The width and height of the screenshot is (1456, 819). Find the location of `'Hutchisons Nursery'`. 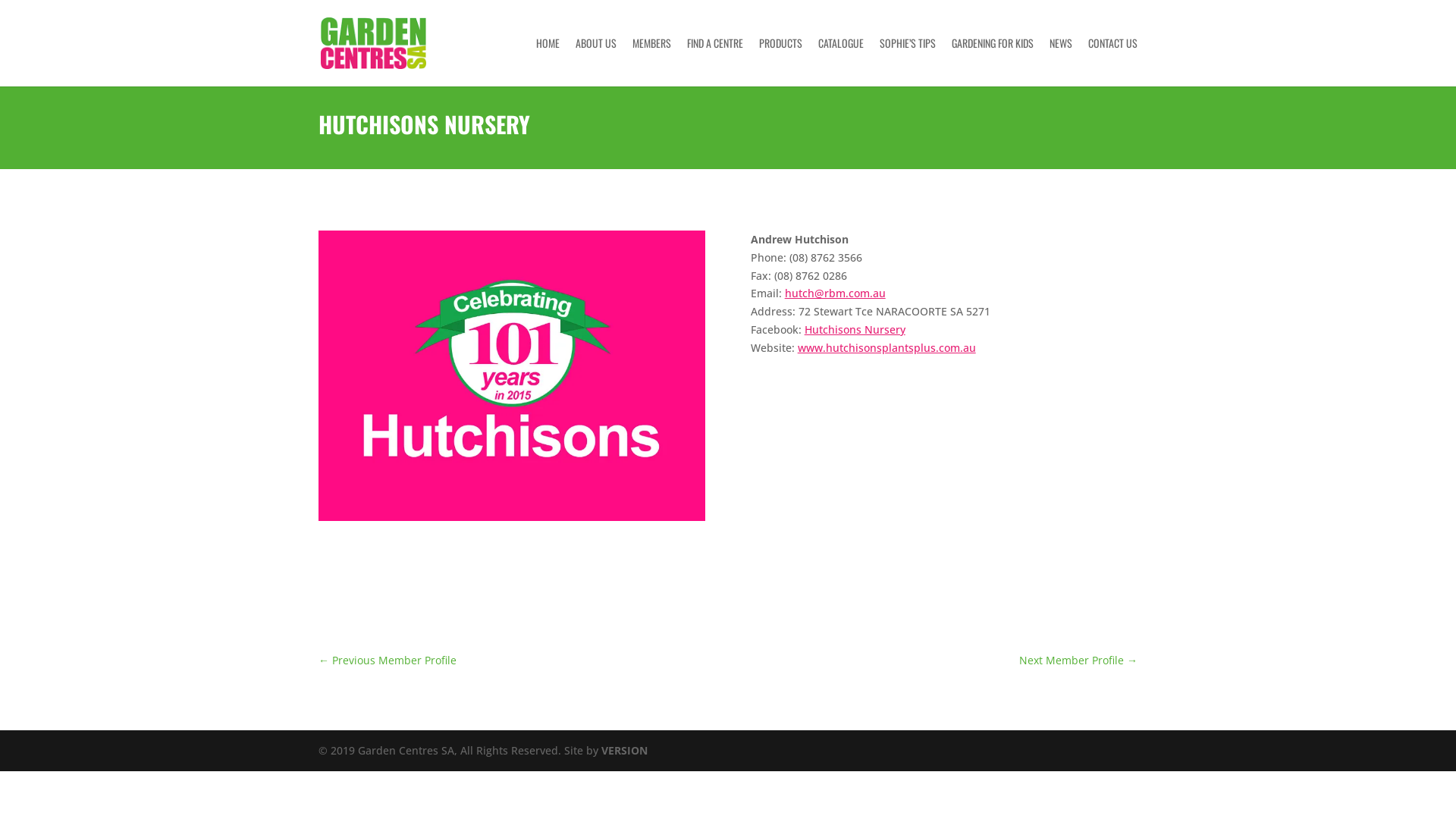

'Hutchisons Nursery' is located at coordinates (855, 328).